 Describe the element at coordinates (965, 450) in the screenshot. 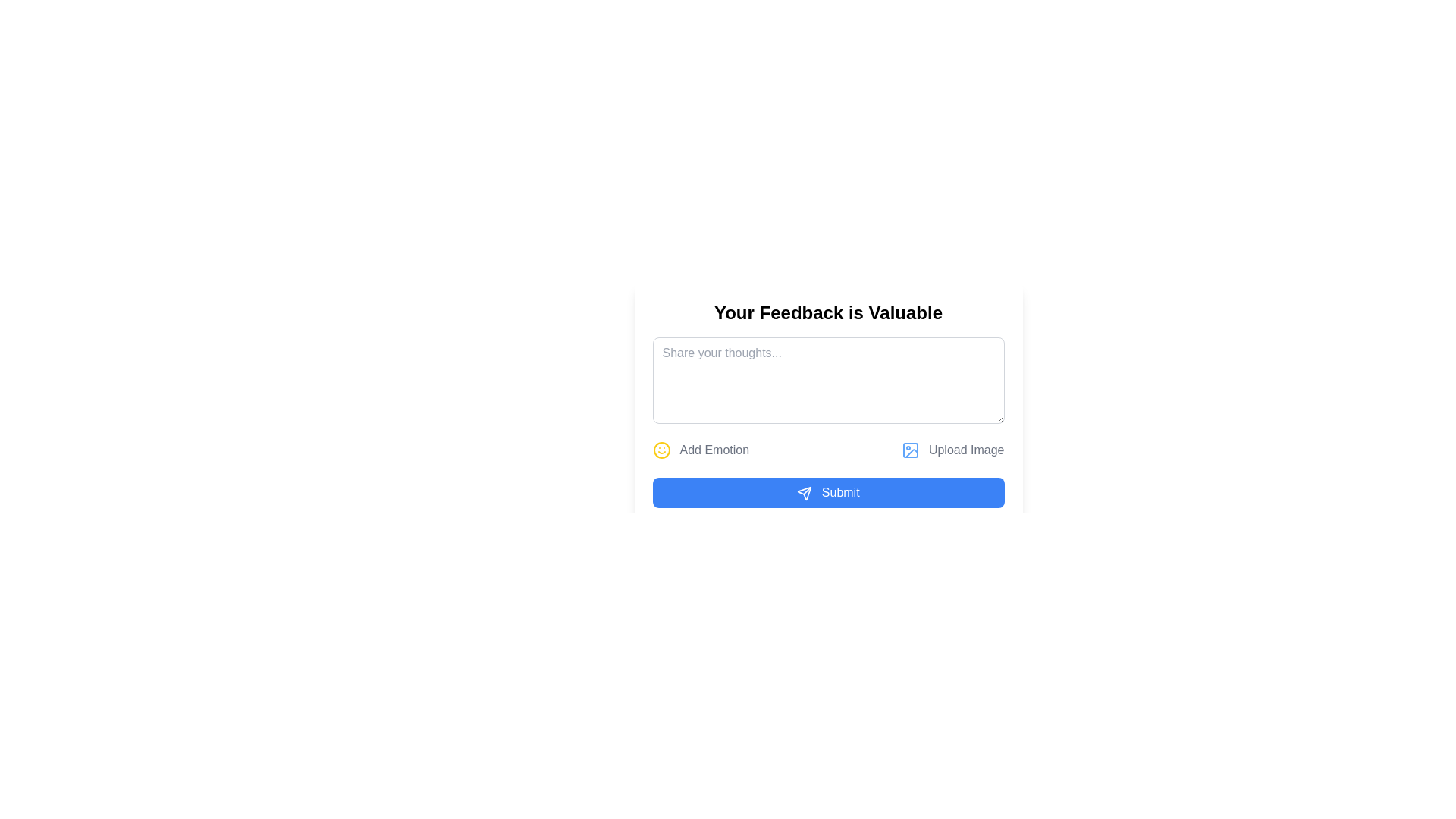

I see `the adjacent icon next to the 'Upload Image' label, which is positioned slightly above the center-bottom of the interface` at that location.